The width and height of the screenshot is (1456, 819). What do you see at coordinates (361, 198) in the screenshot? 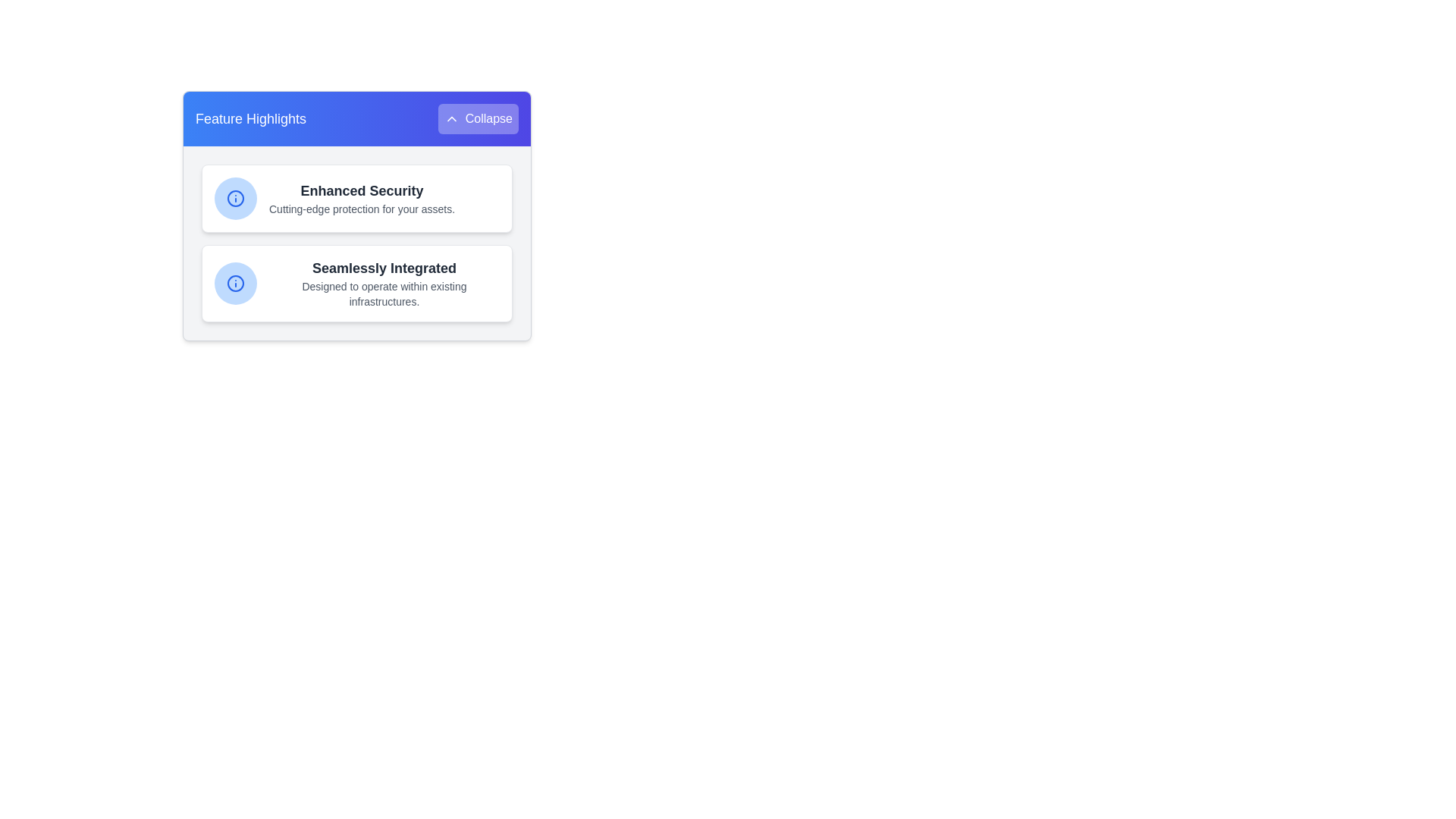
I see `the text block emphasizing advanced security measures located under the header 'Feature Highlights'` at bounding box center [361, 198].